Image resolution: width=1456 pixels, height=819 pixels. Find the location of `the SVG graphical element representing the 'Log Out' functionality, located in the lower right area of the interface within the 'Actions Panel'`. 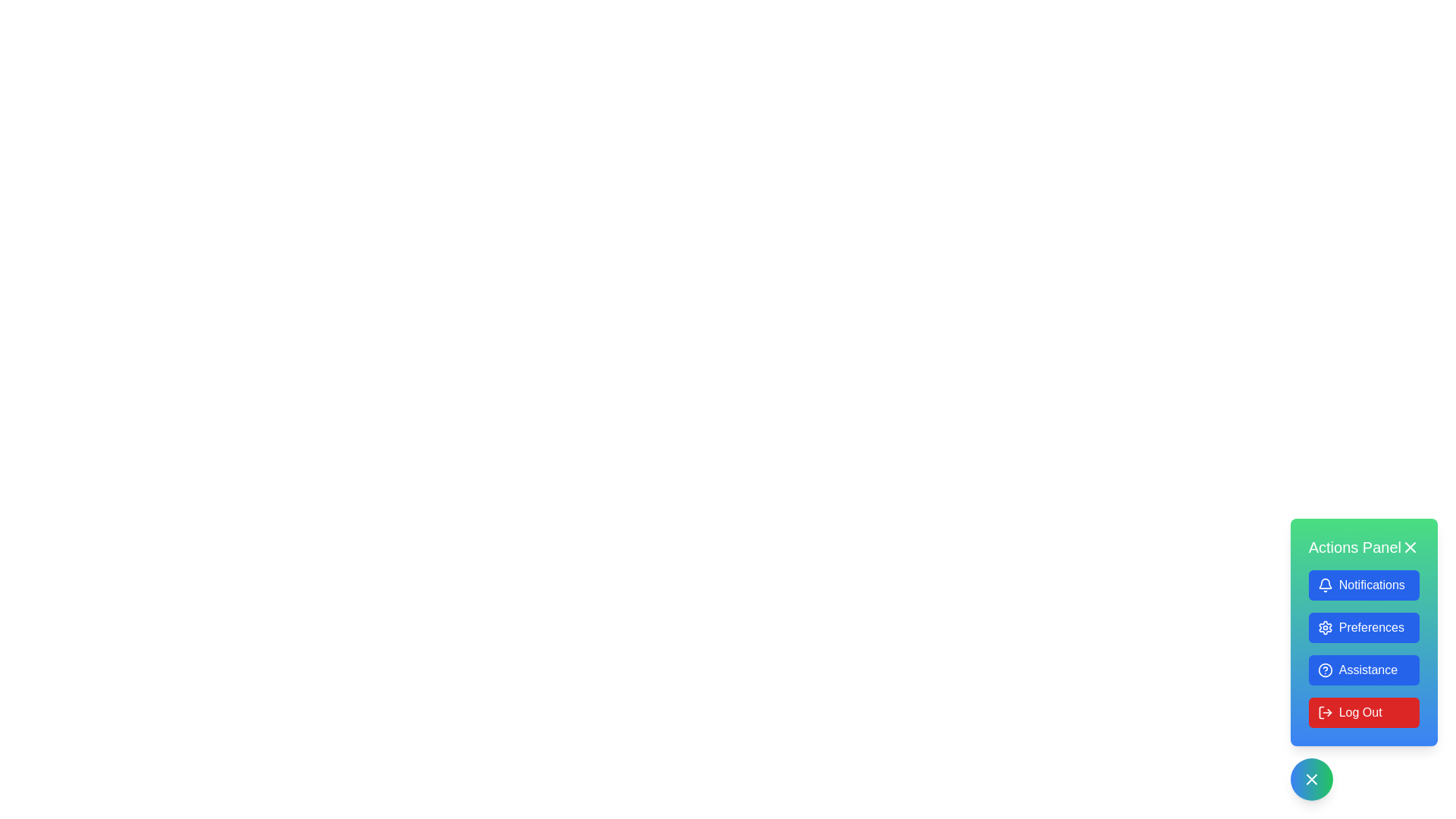

the SVG graphical element representing the 'Log Out' functionality, located in the lower right area of the interface within the 'Actions Panel' is located at coordinates (1320, 713).